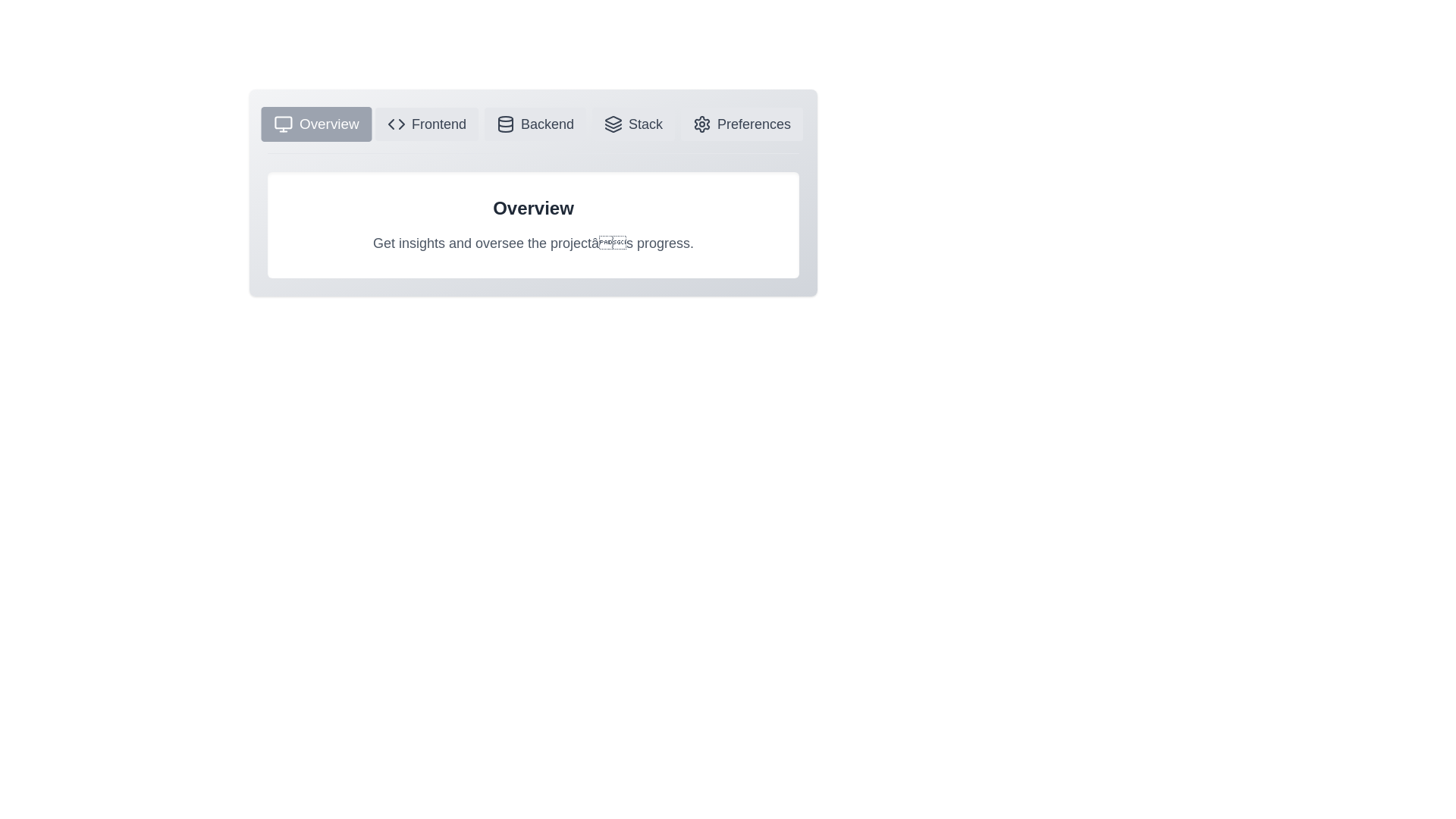  I want to click on the Preferences tab, so click(742, 124).